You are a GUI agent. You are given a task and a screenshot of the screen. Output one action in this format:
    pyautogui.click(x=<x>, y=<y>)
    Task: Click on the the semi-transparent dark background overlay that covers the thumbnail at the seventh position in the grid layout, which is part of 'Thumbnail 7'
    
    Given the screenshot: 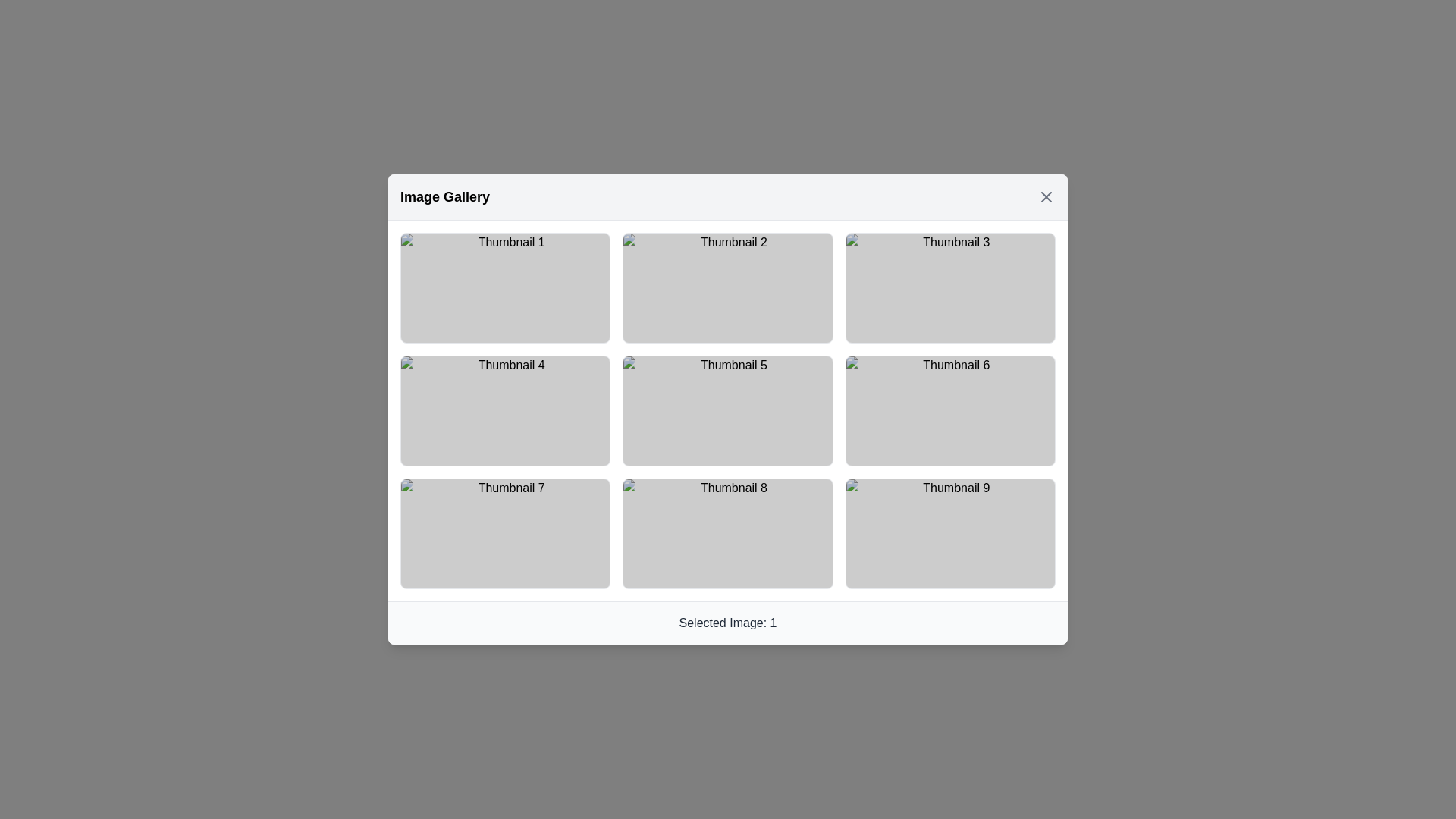 What is the action you would take?
    pyautogui.click(x=505, y=533)
    